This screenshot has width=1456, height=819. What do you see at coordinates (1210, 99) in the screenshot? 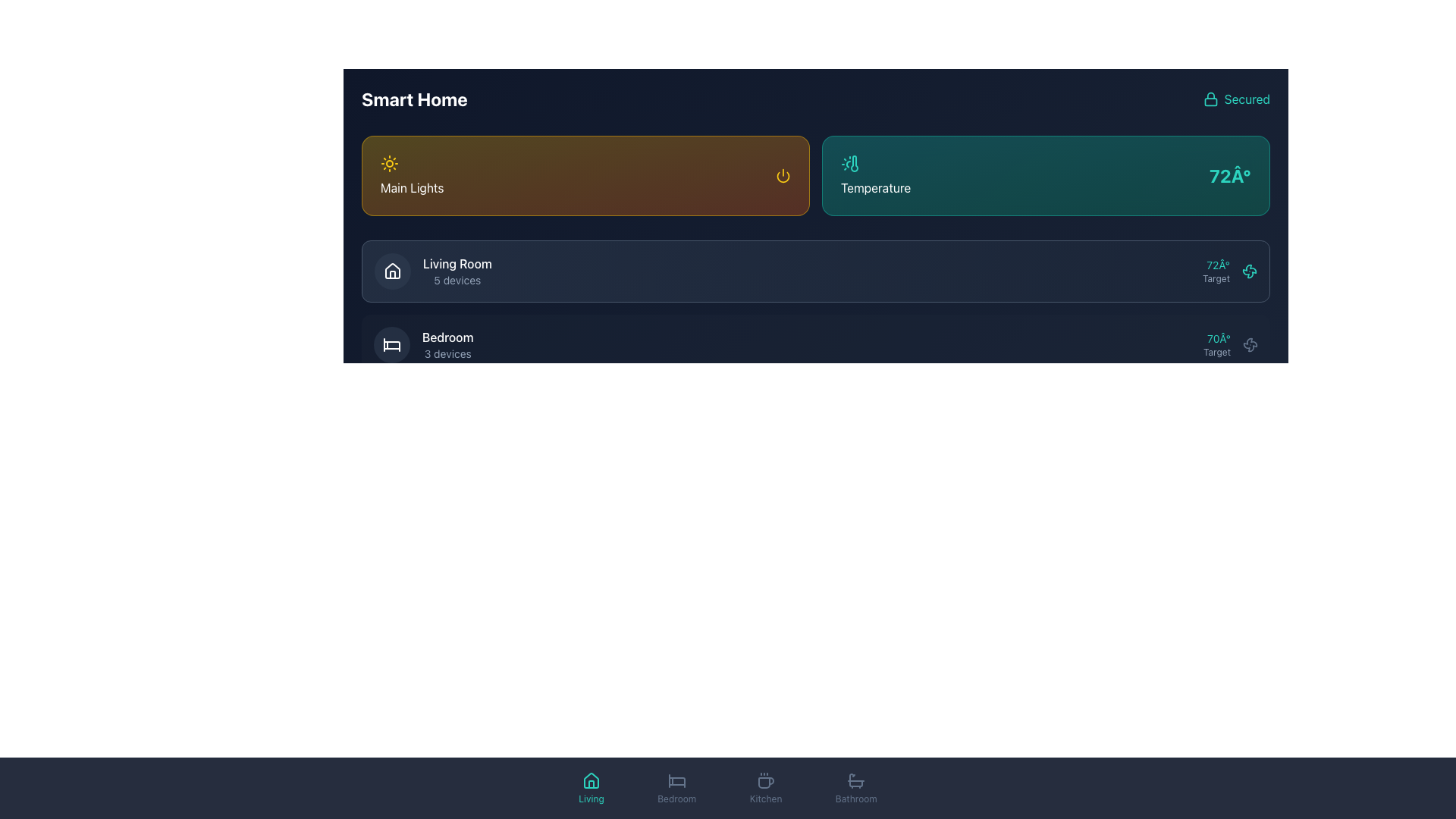
I see `the teal lock icon located to the left of the text 'Secured' in the top-right corner of the interface` at bounding box center [1210, 99].